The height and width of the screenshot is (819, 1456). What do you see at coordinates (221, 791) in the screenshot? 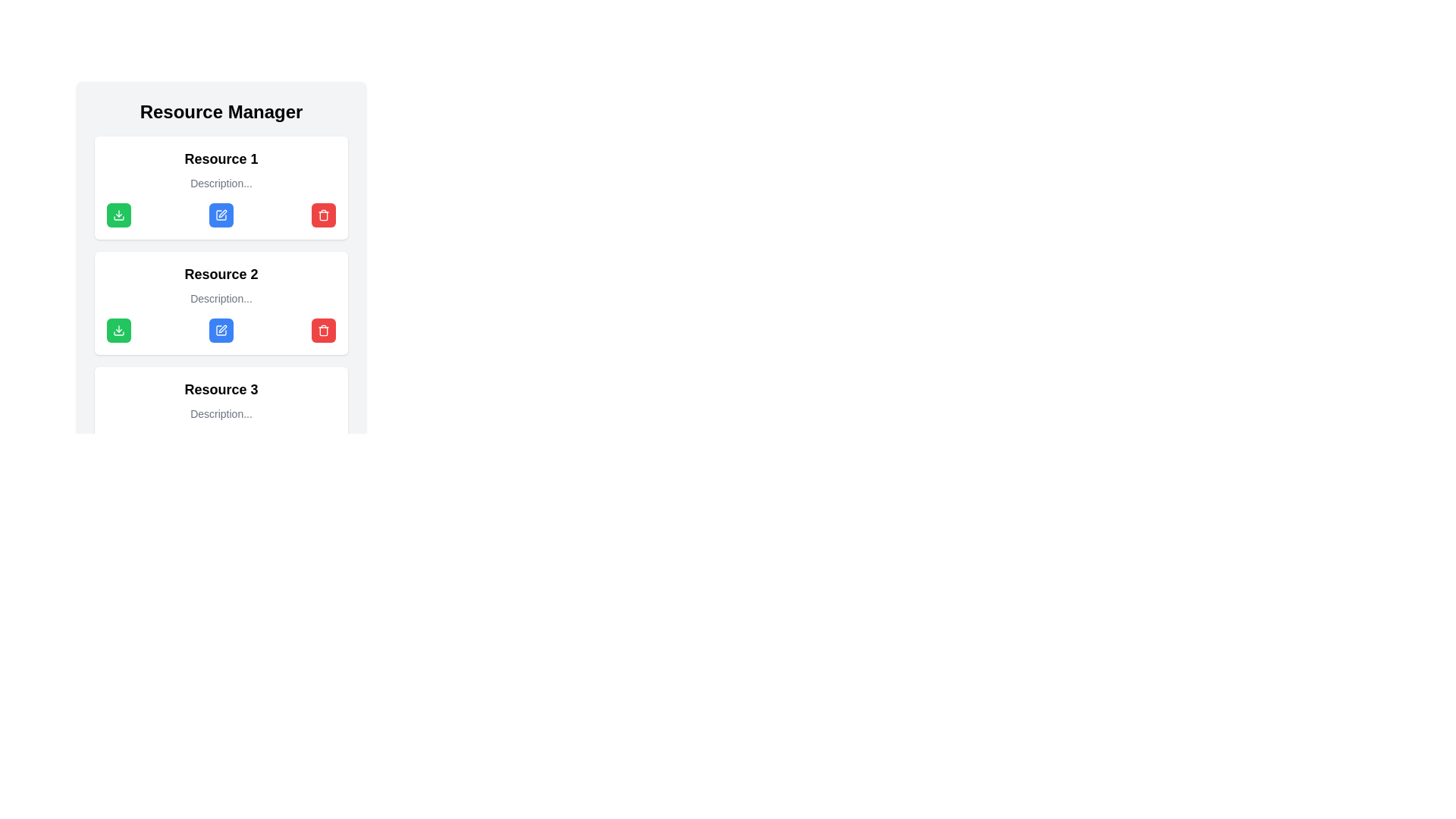
I see `the edit icon located within the blue button in the second resource entry of the vertical resource manager list` at bounding box center [221, 791].